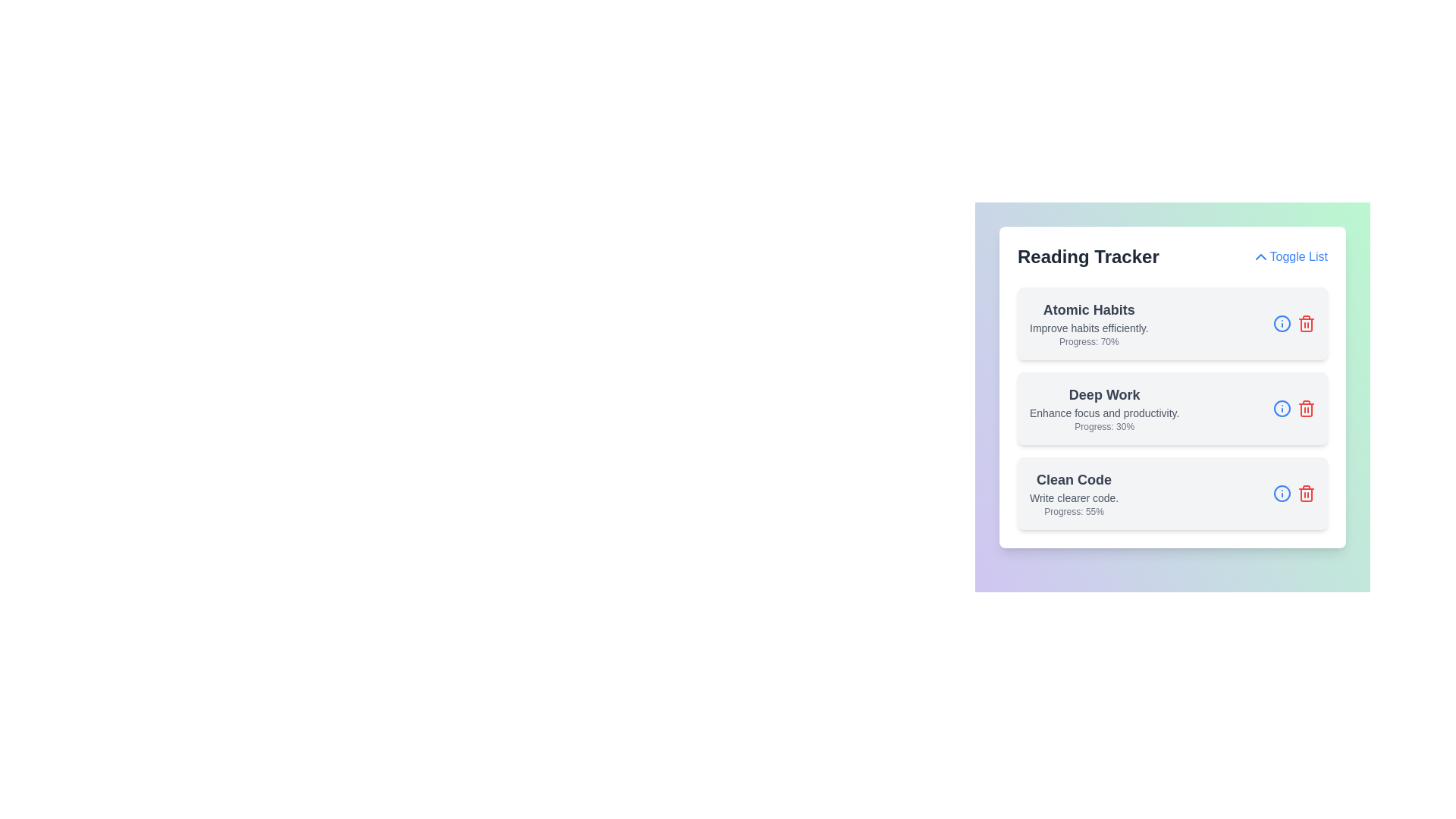  I want to click on the text element titled 'Clean Code', which includes the subtitle 'Write clearer code.' and the progress indicator 'Progress: 55%', located in the 'Reading Tracker' section as the third item in the list, so click(1073, 494).